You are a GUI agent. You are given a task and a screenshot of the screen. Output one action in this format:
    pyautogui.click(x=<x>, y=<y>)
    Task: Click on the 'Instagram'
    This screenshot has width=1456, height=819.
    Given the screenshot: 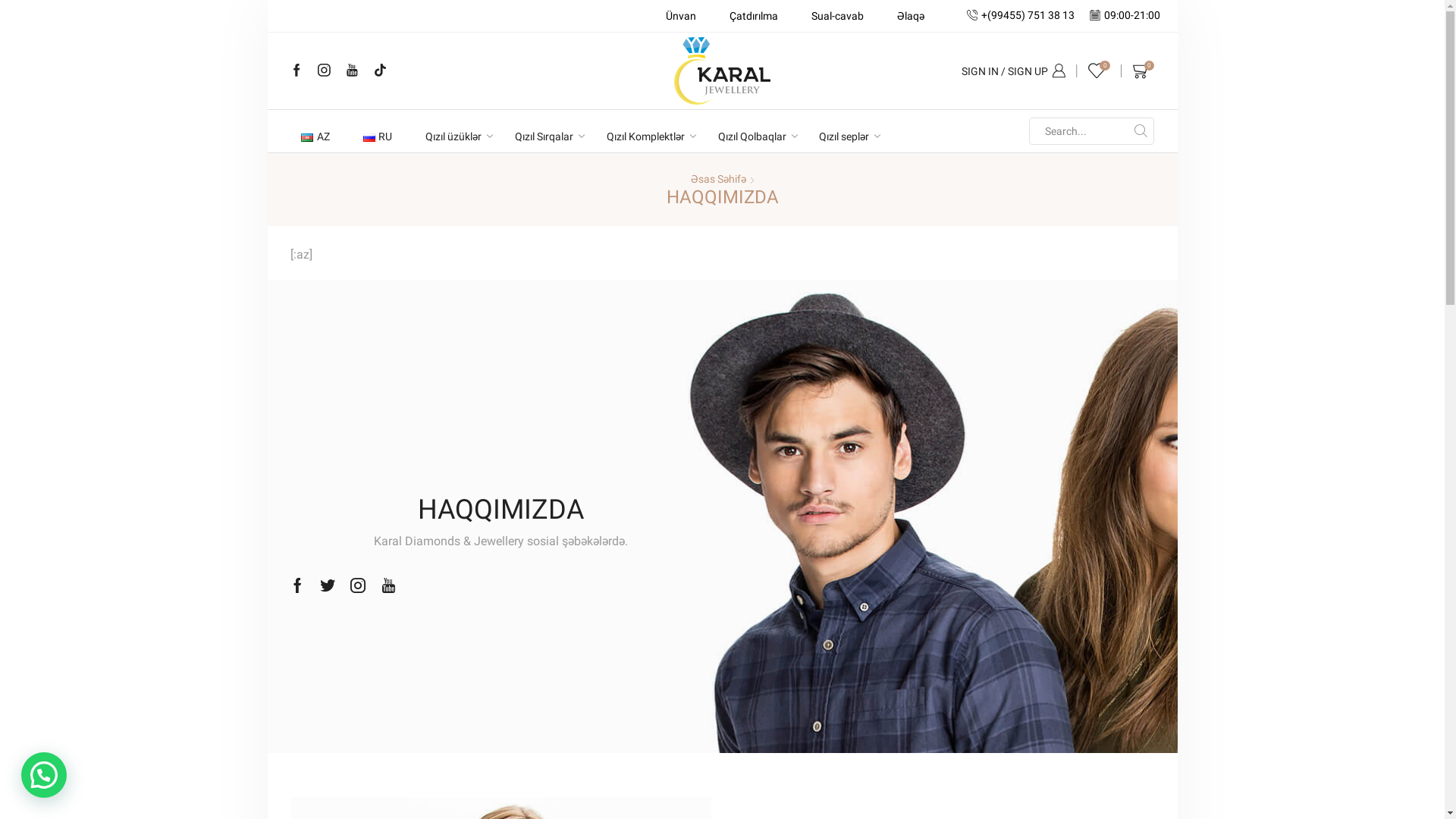 What is the action you would take?
    pyautogui.click(x=356, y=584)
    